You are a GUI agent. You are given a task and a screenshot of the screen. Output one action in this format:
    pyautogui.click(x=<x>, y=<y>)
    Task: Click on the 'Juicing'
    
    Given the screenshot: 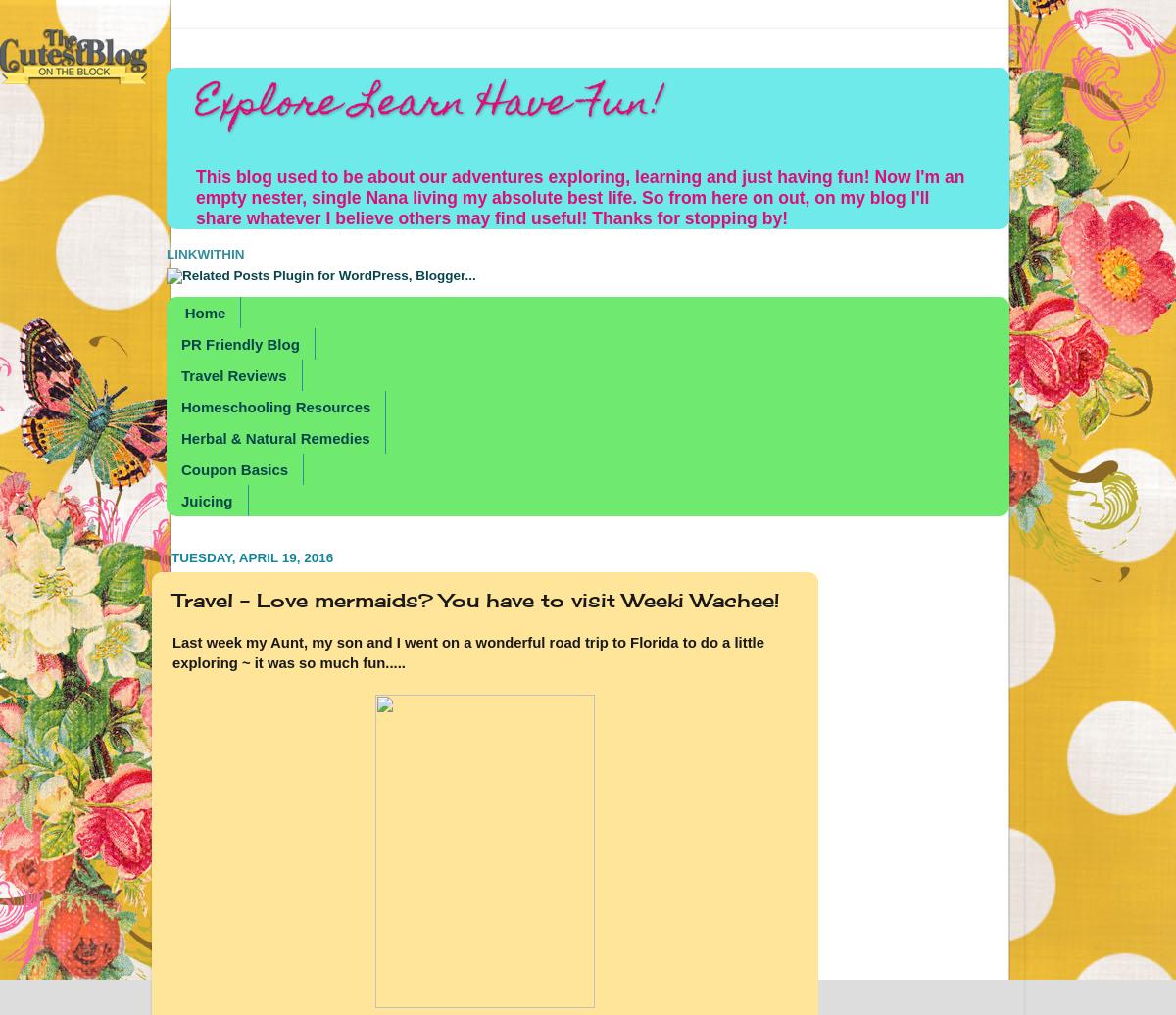 What is the action you would take?
    pyautogui.click(x=180, y=500)
    